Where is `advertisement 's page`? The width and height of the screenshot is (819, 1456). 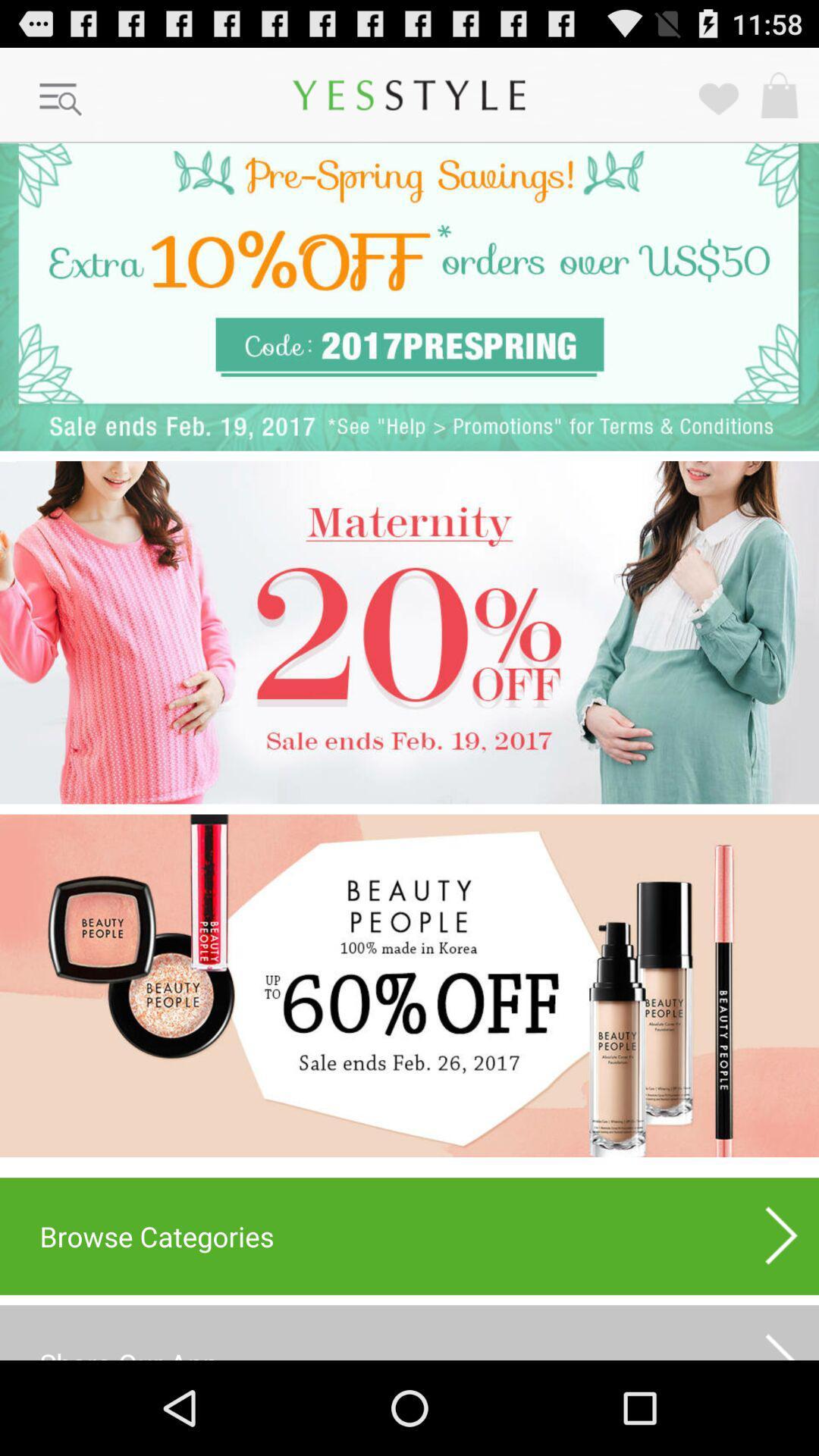
advertisement 's page is located at coordinates (409, 297).